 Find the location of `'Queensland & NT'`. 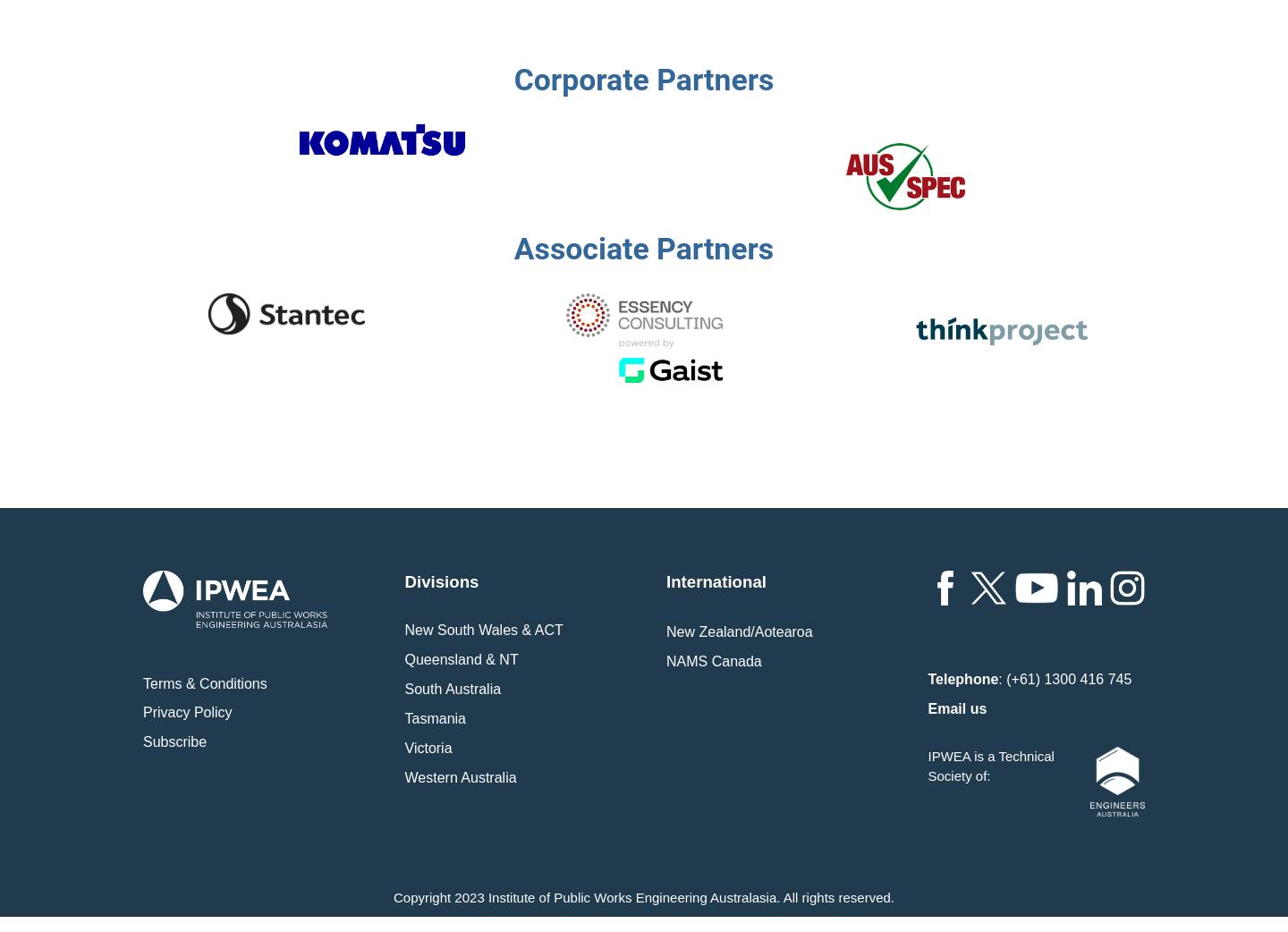

'Queensland & NT' is located at coordinates (404, 658).